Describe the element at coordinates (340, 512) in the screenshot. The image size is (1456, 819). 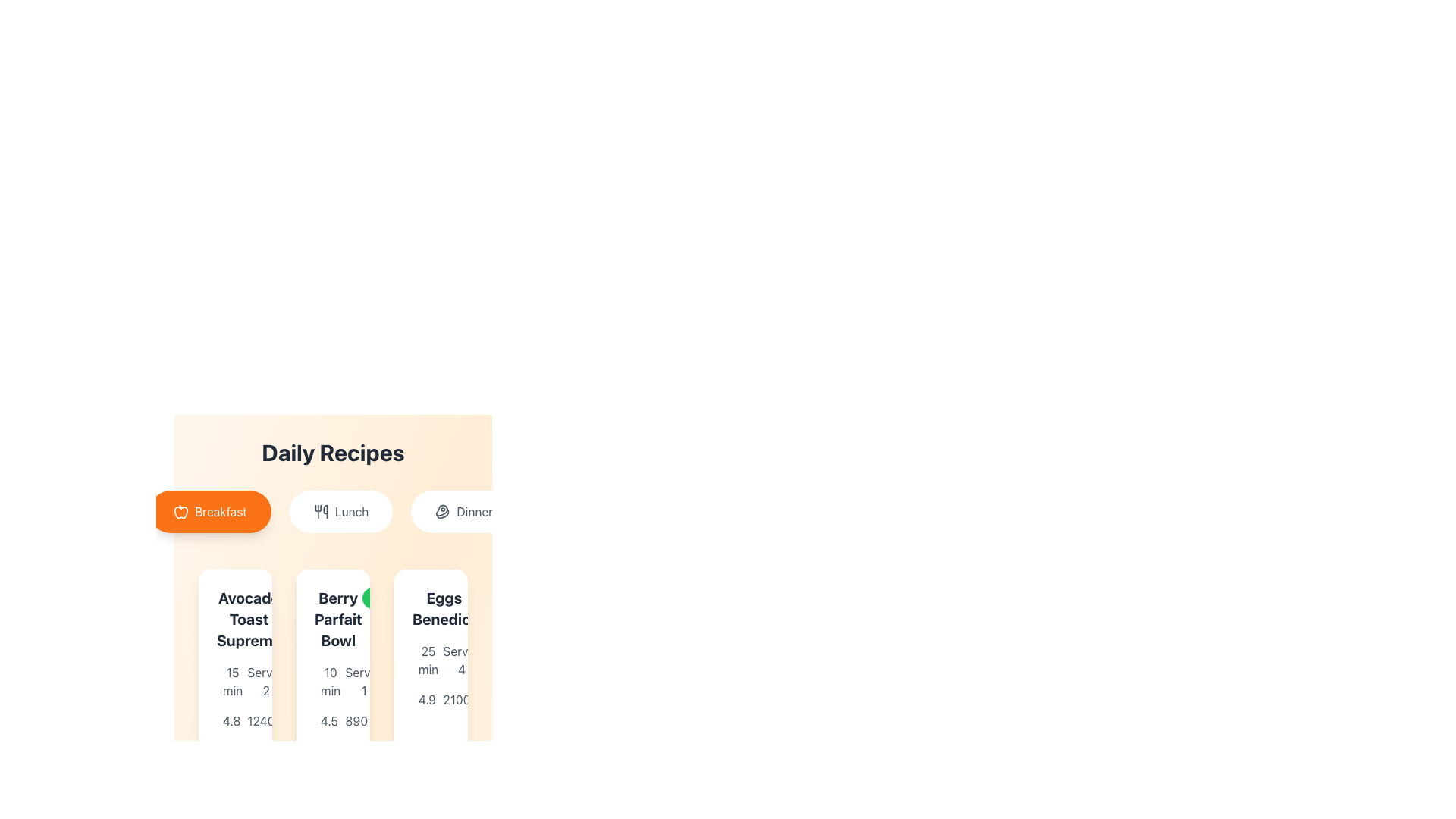
I see `the 'Lunch' button, which is a horizontally aligned button with a light background and gray text, located` at that location.